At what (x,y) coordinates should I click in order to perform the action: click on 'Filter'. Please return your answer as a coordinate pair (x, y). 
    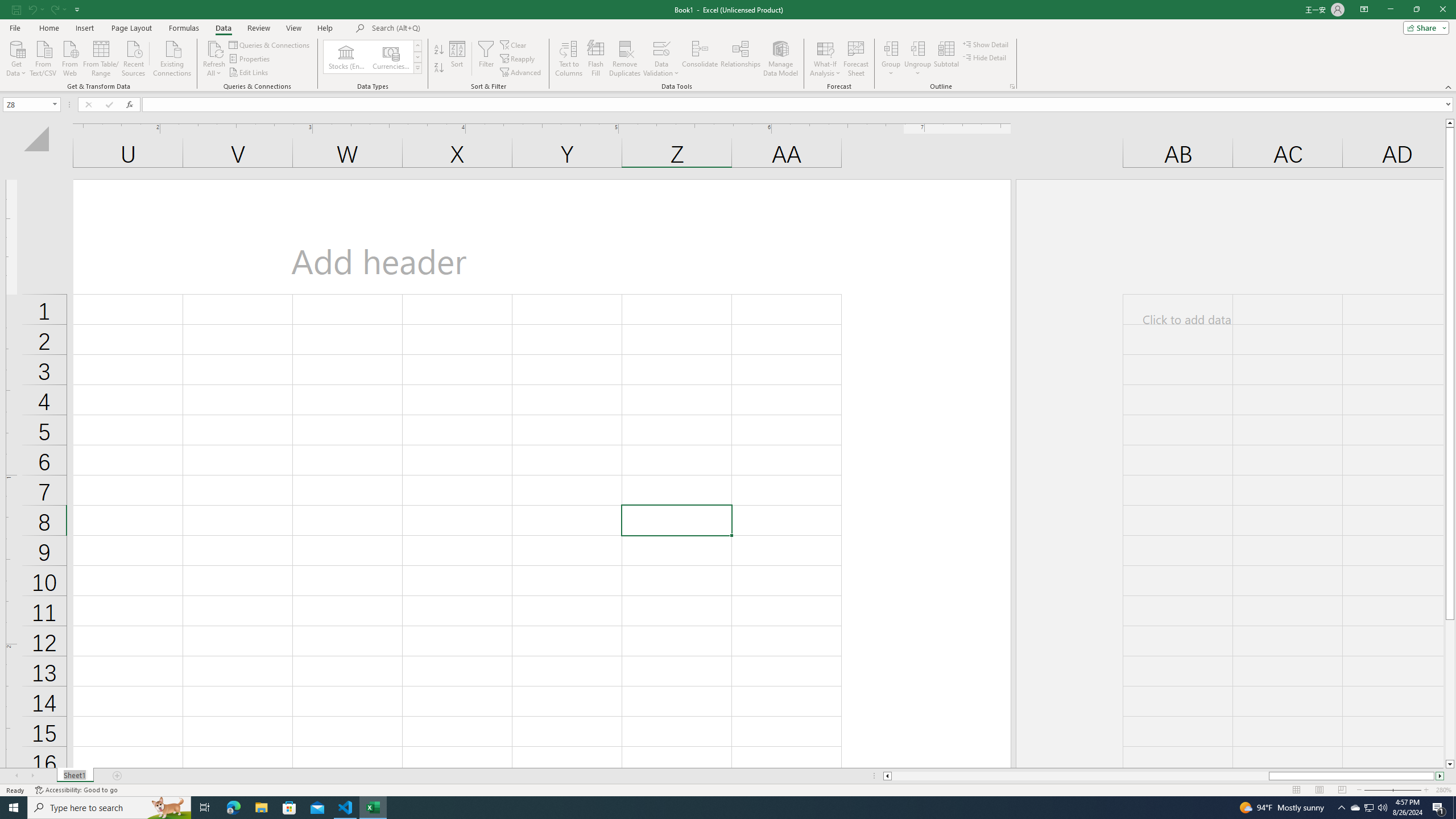
    Looking at the image, I should click on (486, 59).